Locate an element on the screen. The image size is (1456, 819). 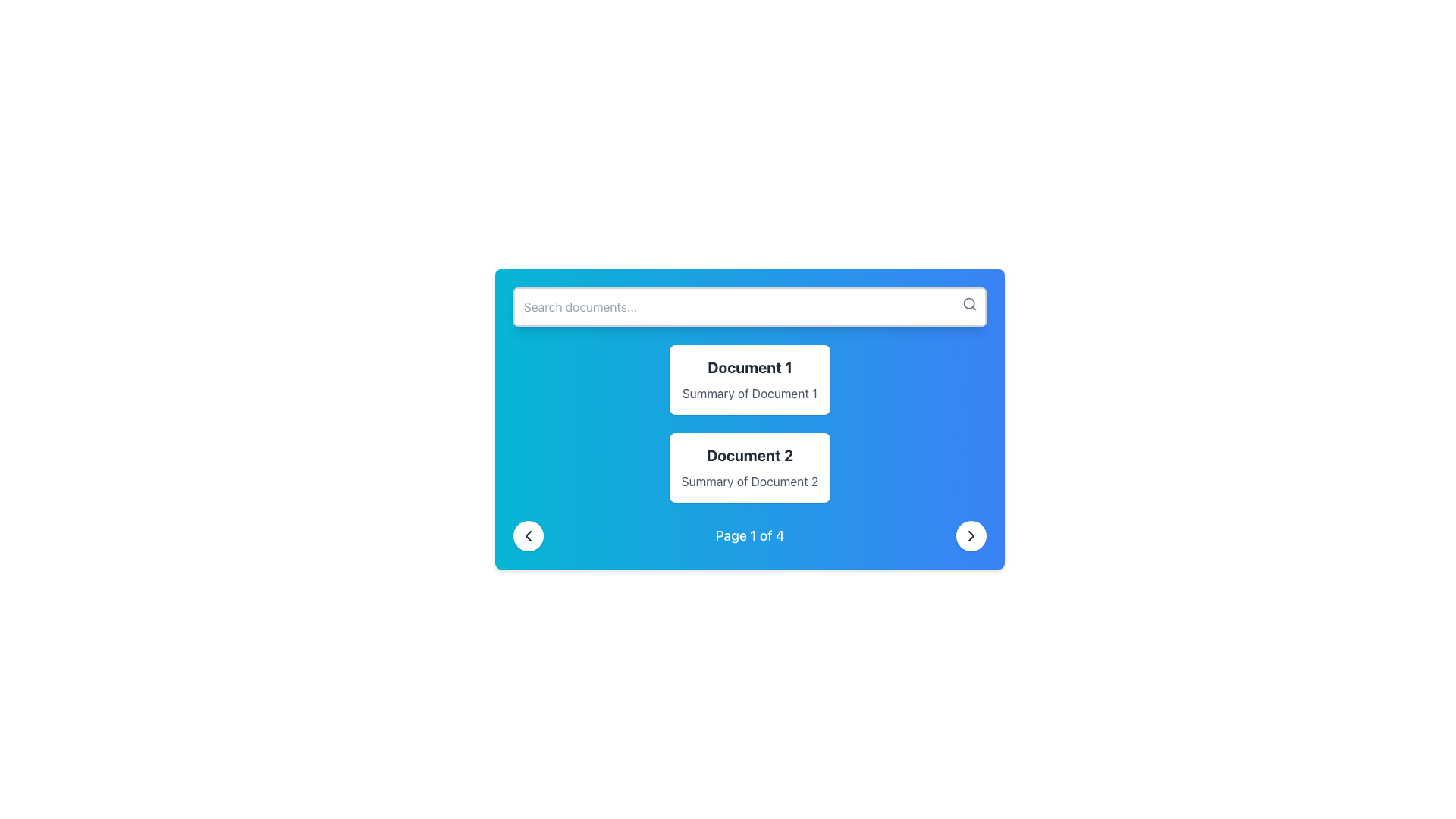
the text label 'Page 1 of 4' in the pagination bar, which is centrally aligned within the navigation control bar at the bottom of the card layout is located at coordinates (749, 535).